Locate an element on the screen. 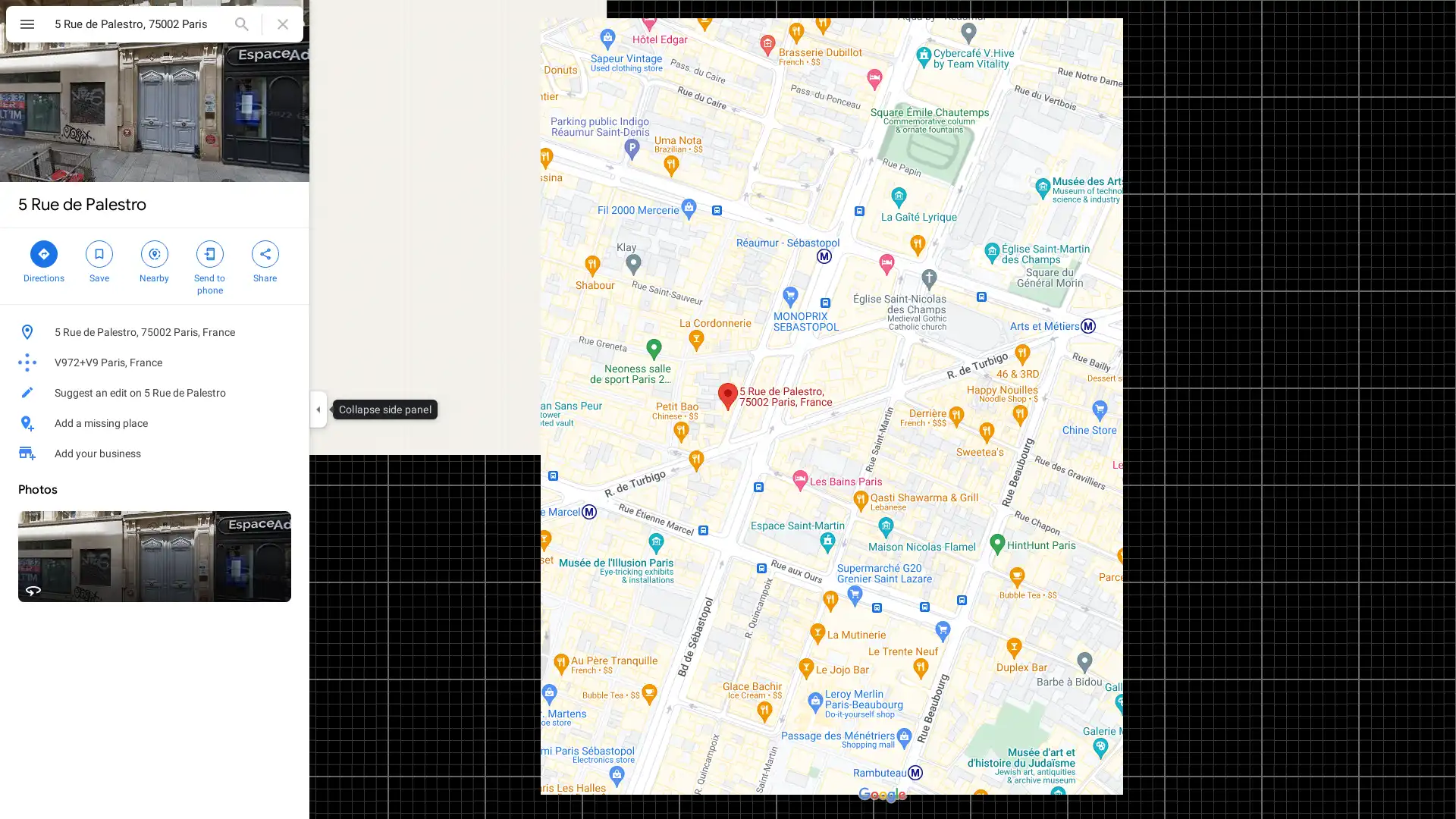  Copy address is located at coordinates (281, 331).